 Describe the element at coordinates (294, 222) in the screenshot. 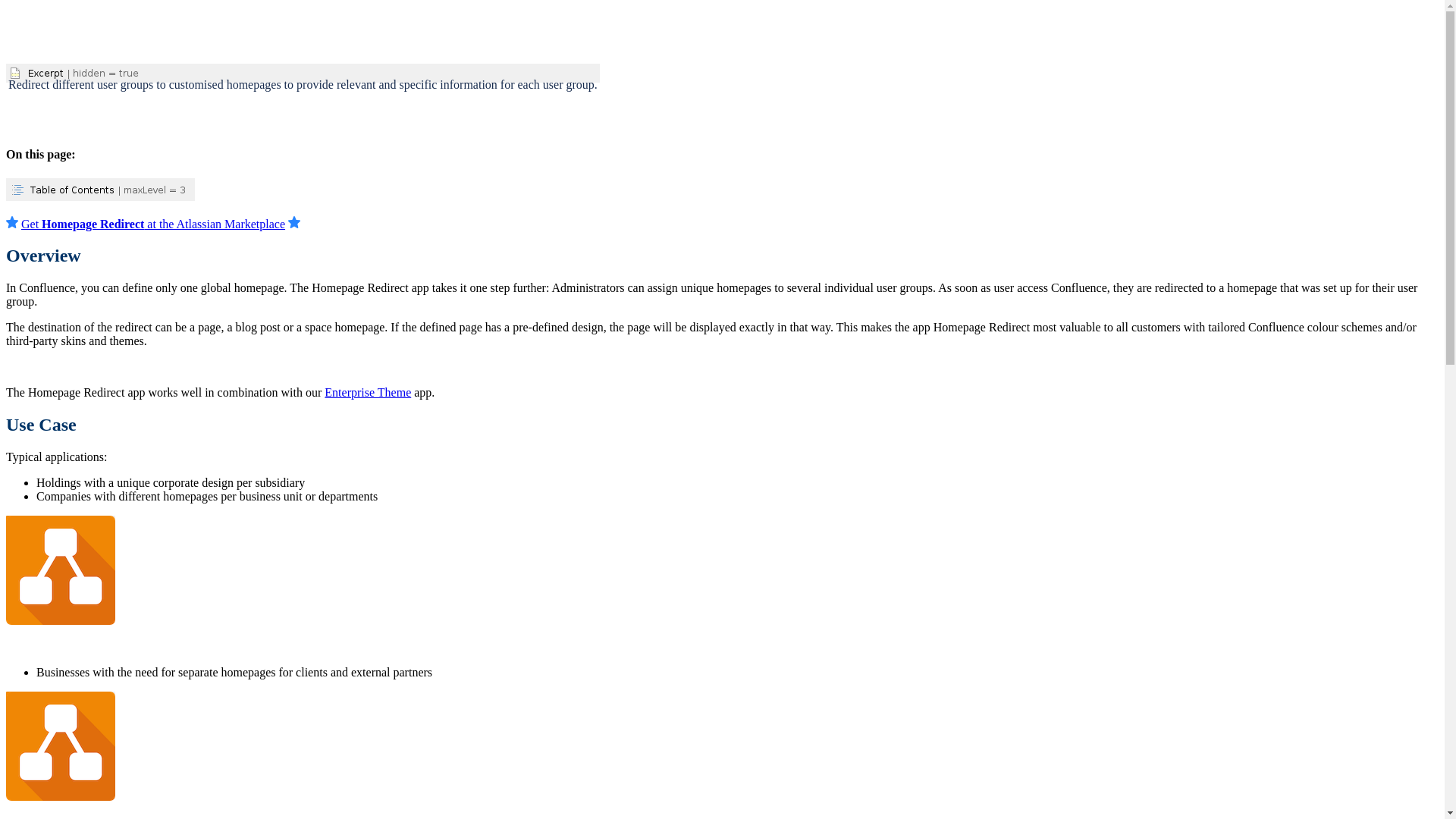

I see `'(blue star)'` at that location.